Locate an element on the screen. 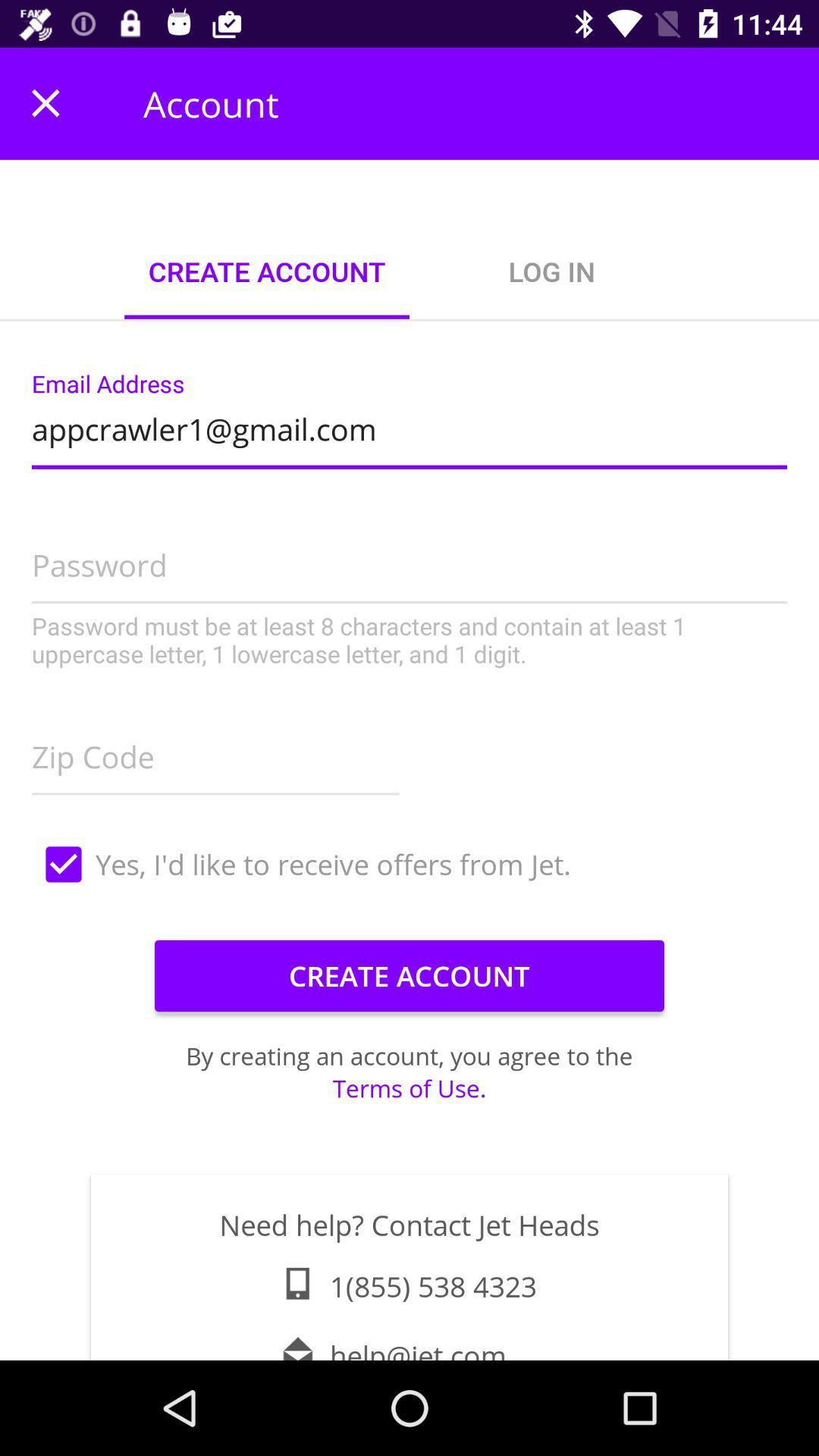  item above the create account is located at coordinates (409, 864).